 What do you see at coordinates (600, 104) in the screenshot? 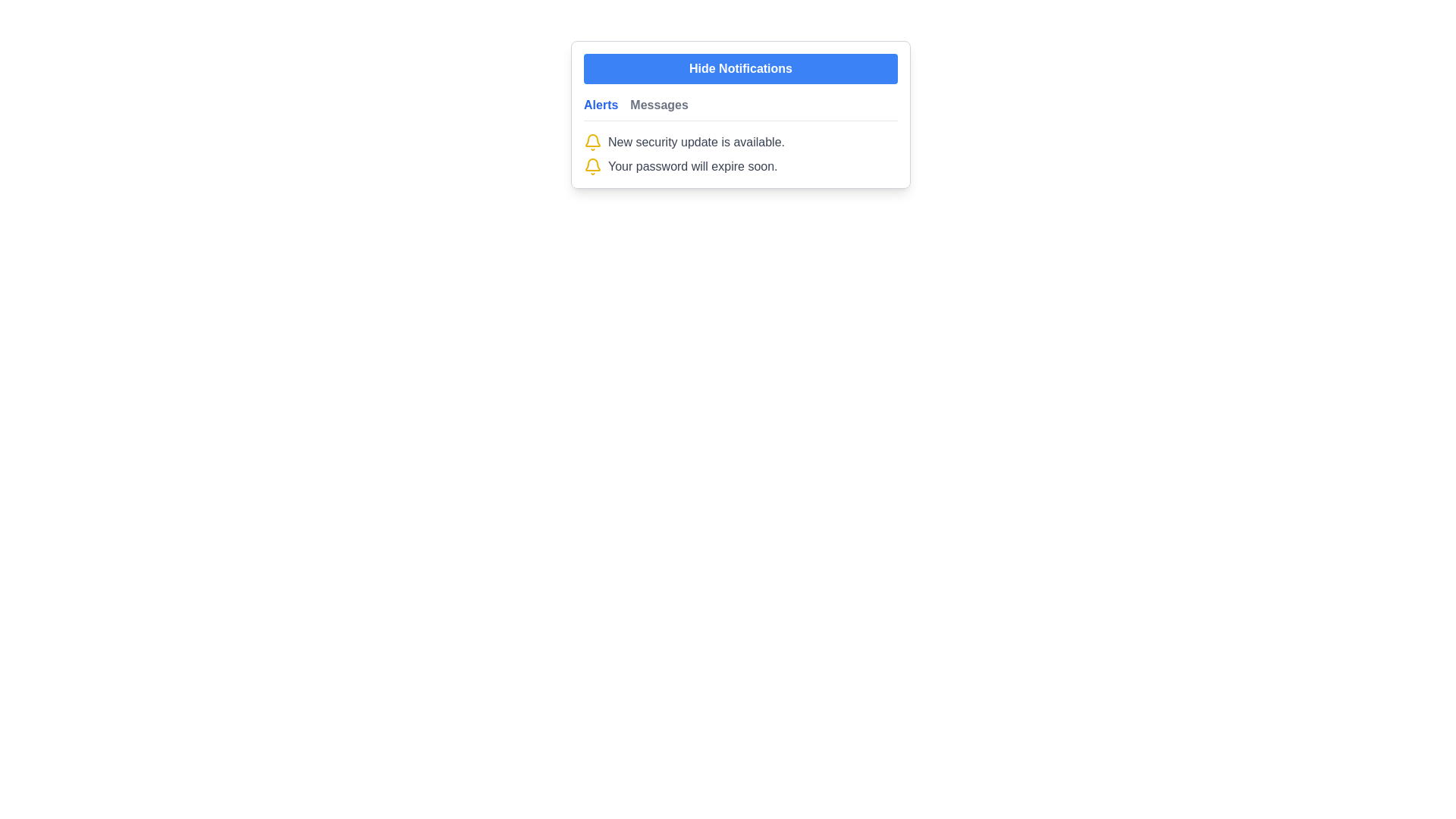
I see `the bold blue text link 'Alerts' located in the navigation bar at the top of the notification card` at bounding box center [600, 104].